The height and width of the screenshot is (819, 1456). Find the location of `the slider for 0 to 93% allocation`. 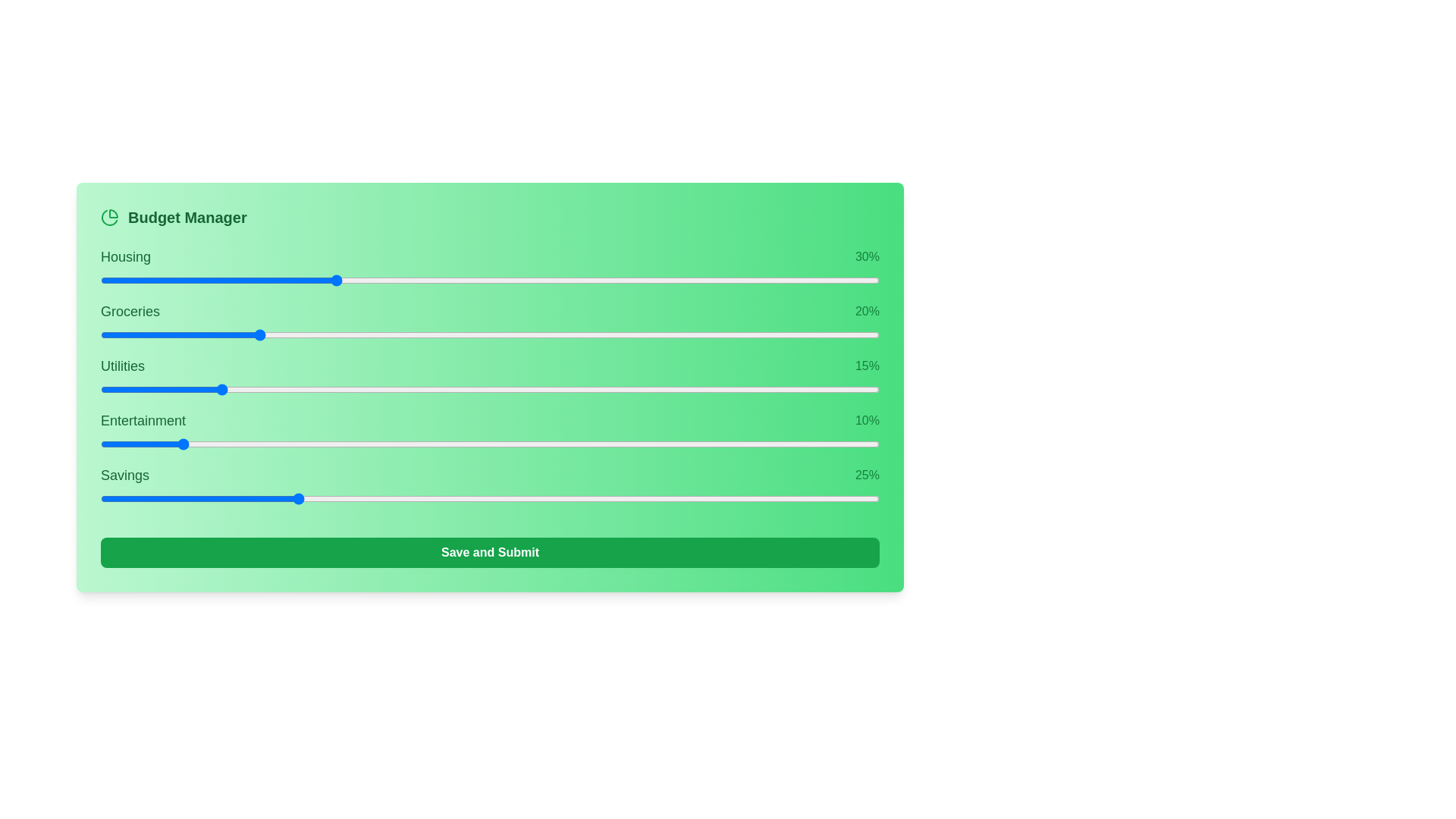

the slider for 0 to 93% allocation is located at coordinates (852, 281).